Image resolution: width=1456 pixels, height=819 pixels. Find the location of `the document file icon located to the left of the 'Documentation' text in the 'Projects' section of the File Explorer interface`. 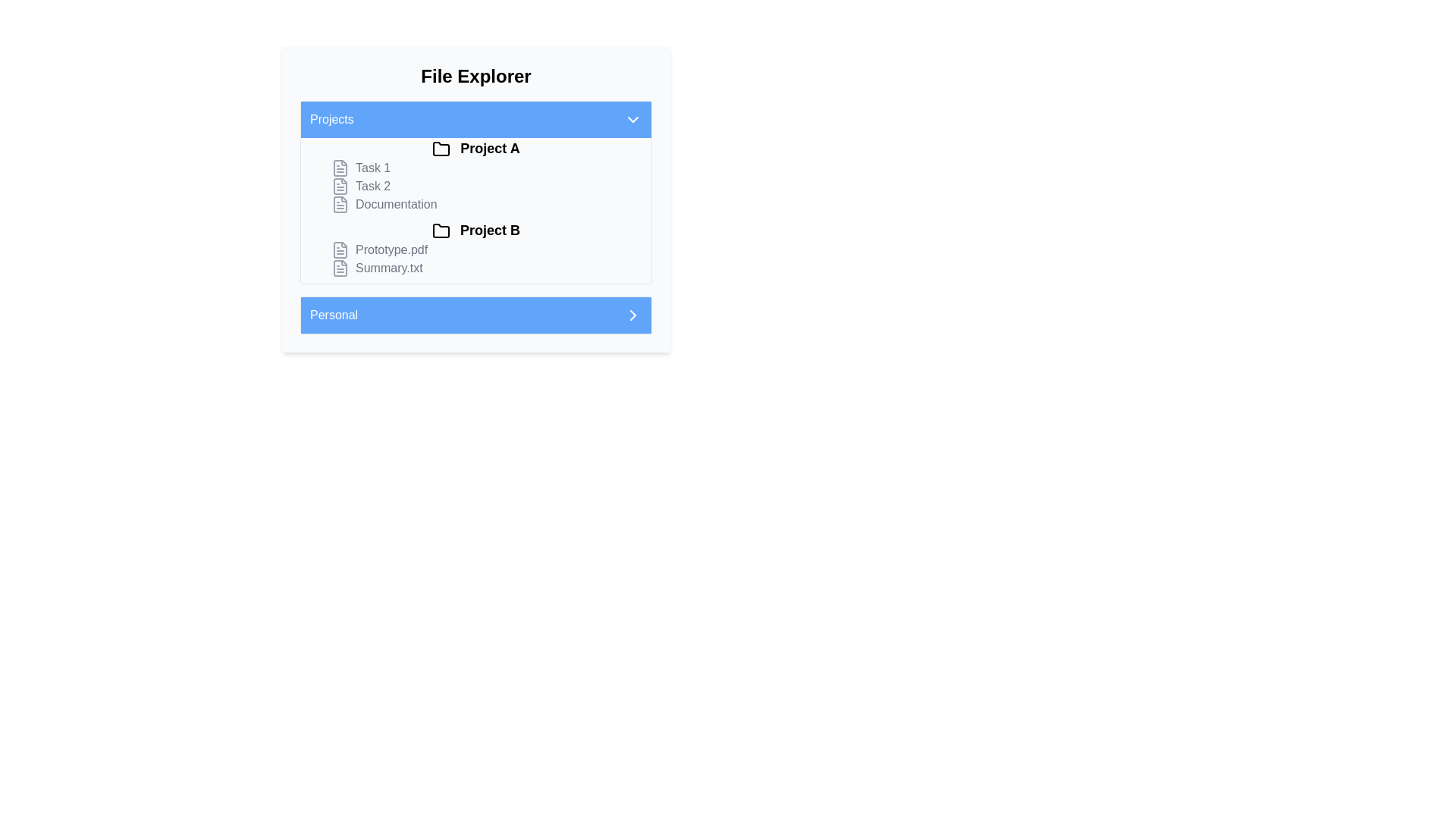

the document file icon located to the left of the 'Documentation' text in the 'Projects' section of the File Explorer interface is located at coordinates (340, 205).